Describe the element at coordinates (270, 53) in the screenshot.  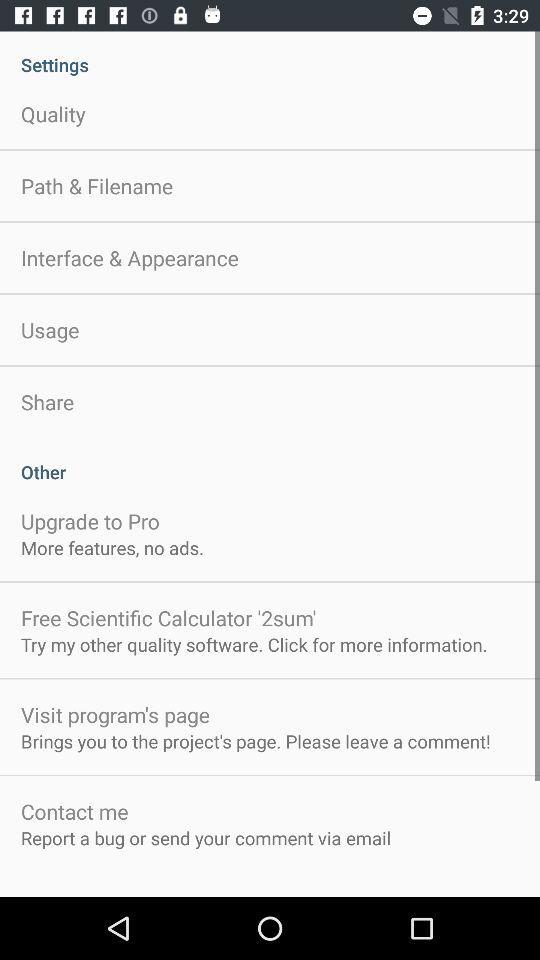
I see `icon above the quality app` at that location.